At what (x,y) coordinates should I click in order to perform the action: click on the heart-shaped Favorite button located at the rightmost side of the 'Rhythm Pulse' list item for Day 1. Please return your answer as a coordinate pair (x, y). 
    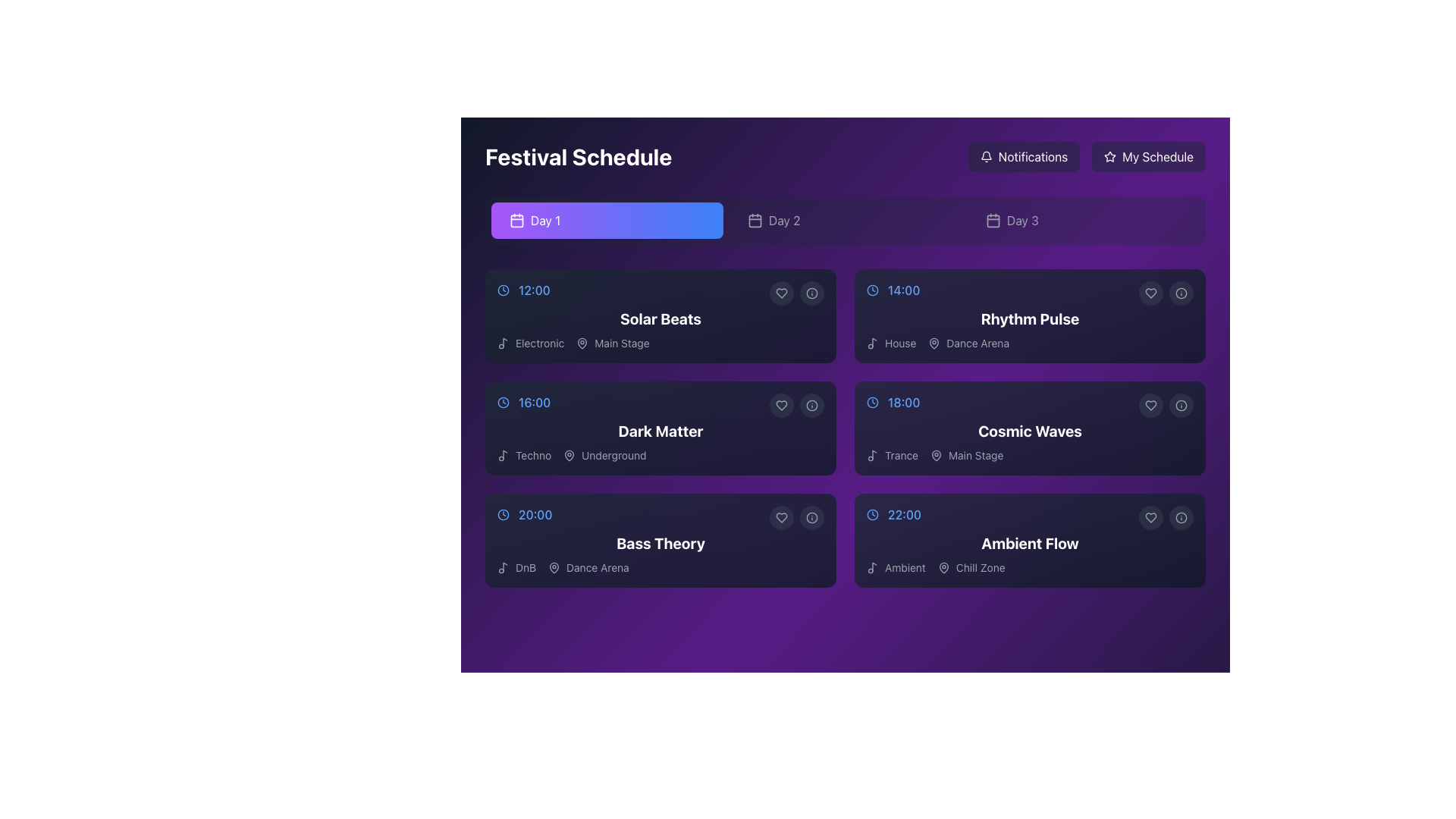
    Looking at the image, I should click on (1150, 293).